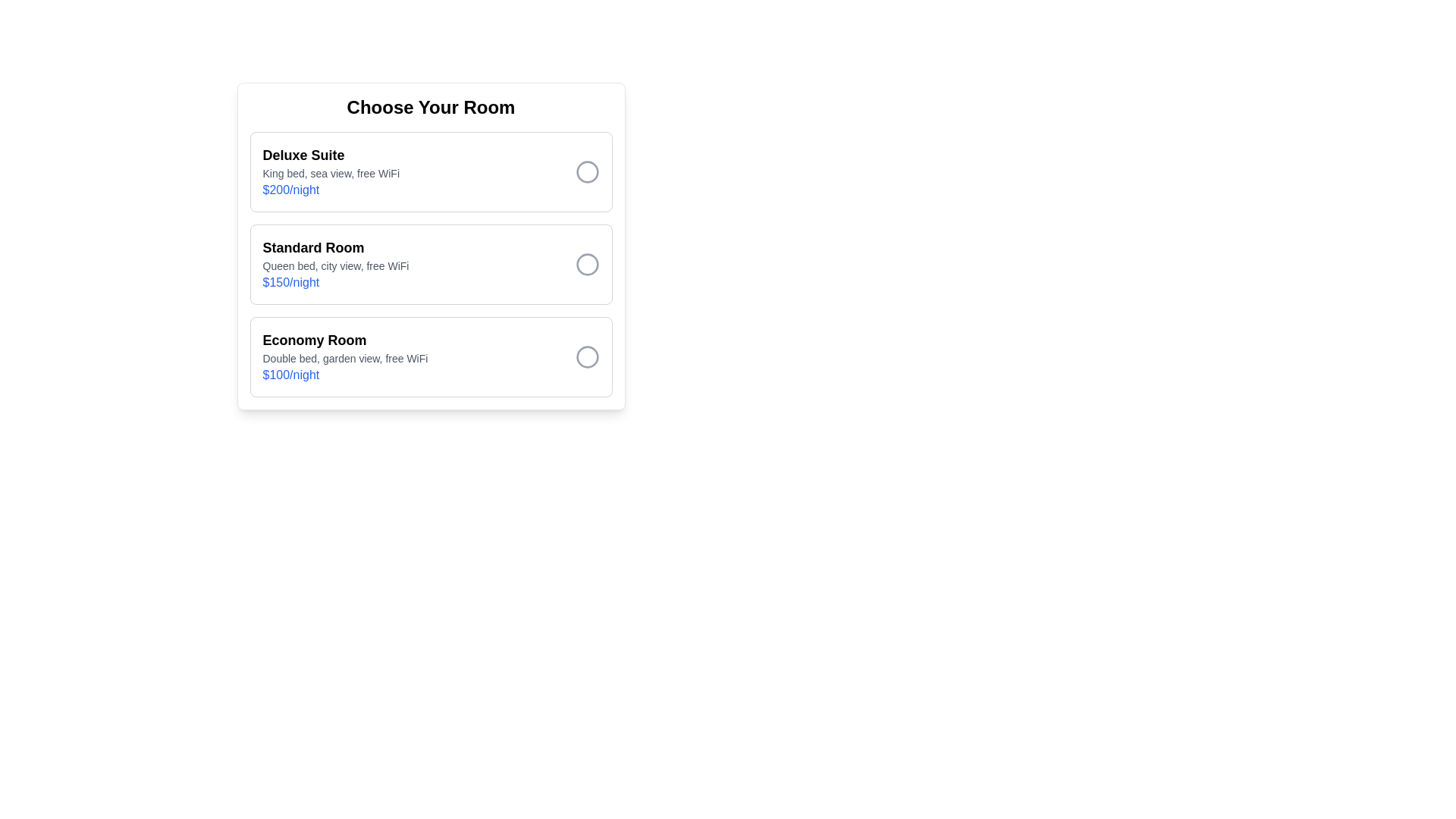 Image resolution: width=1456 pixels, height=819 pixels. I want to click on the circular radio button with a thin gray outline, so click(586, 263).